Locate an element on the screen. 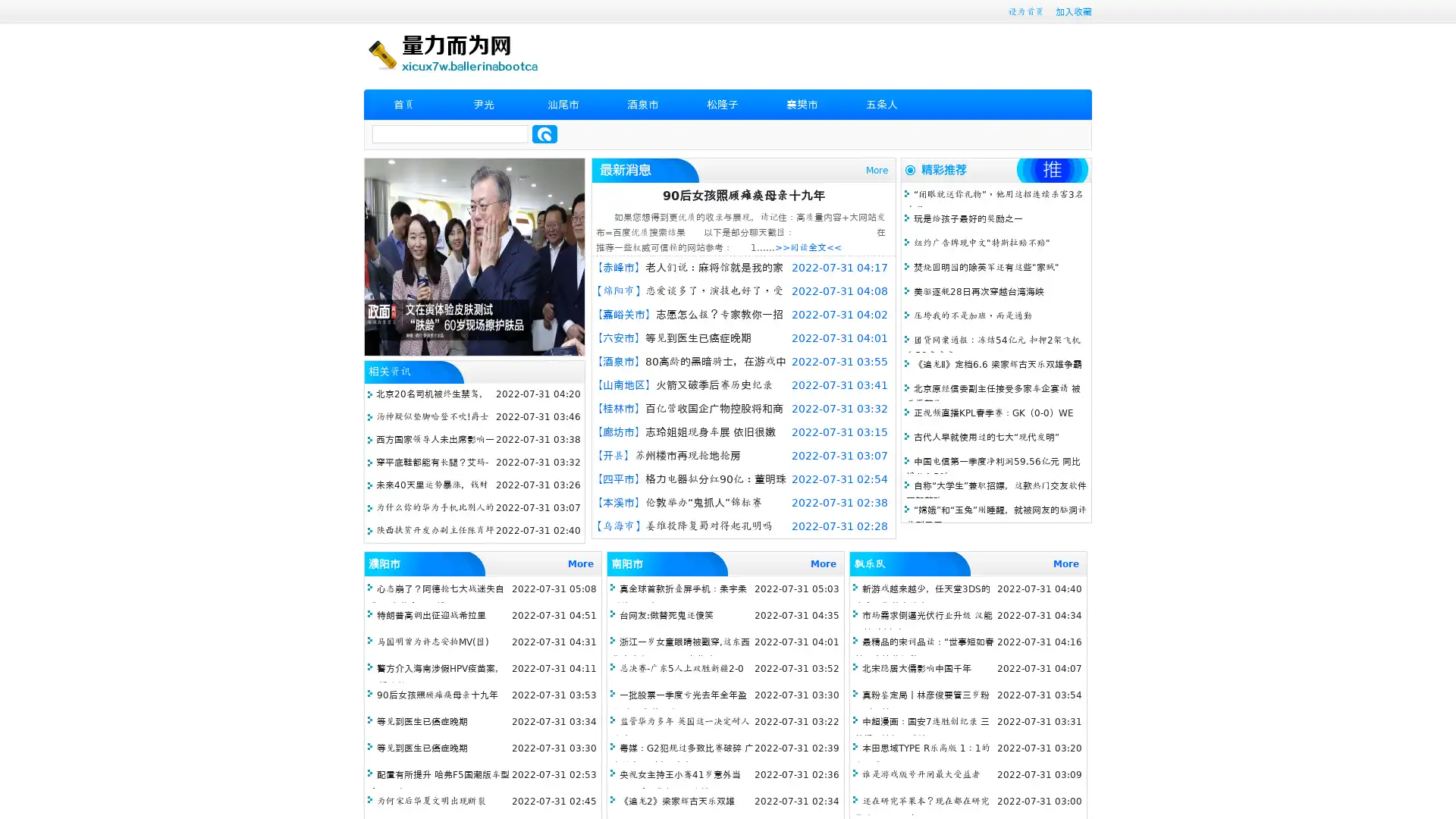 This screenshot has height=819, width=1456. Search is located at coordinates (544, 133).